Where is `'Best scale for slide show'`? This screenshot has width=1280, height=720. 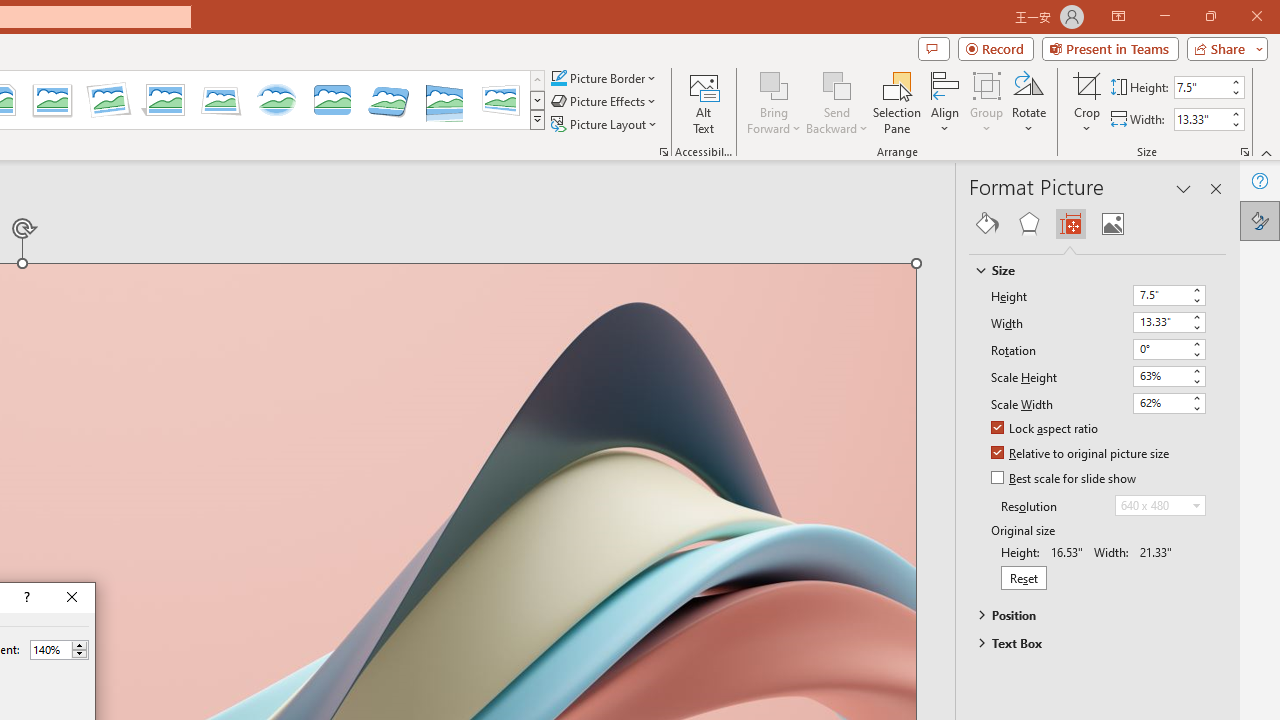
'Best scale for slide show' is located at coordinates (1064, 479).